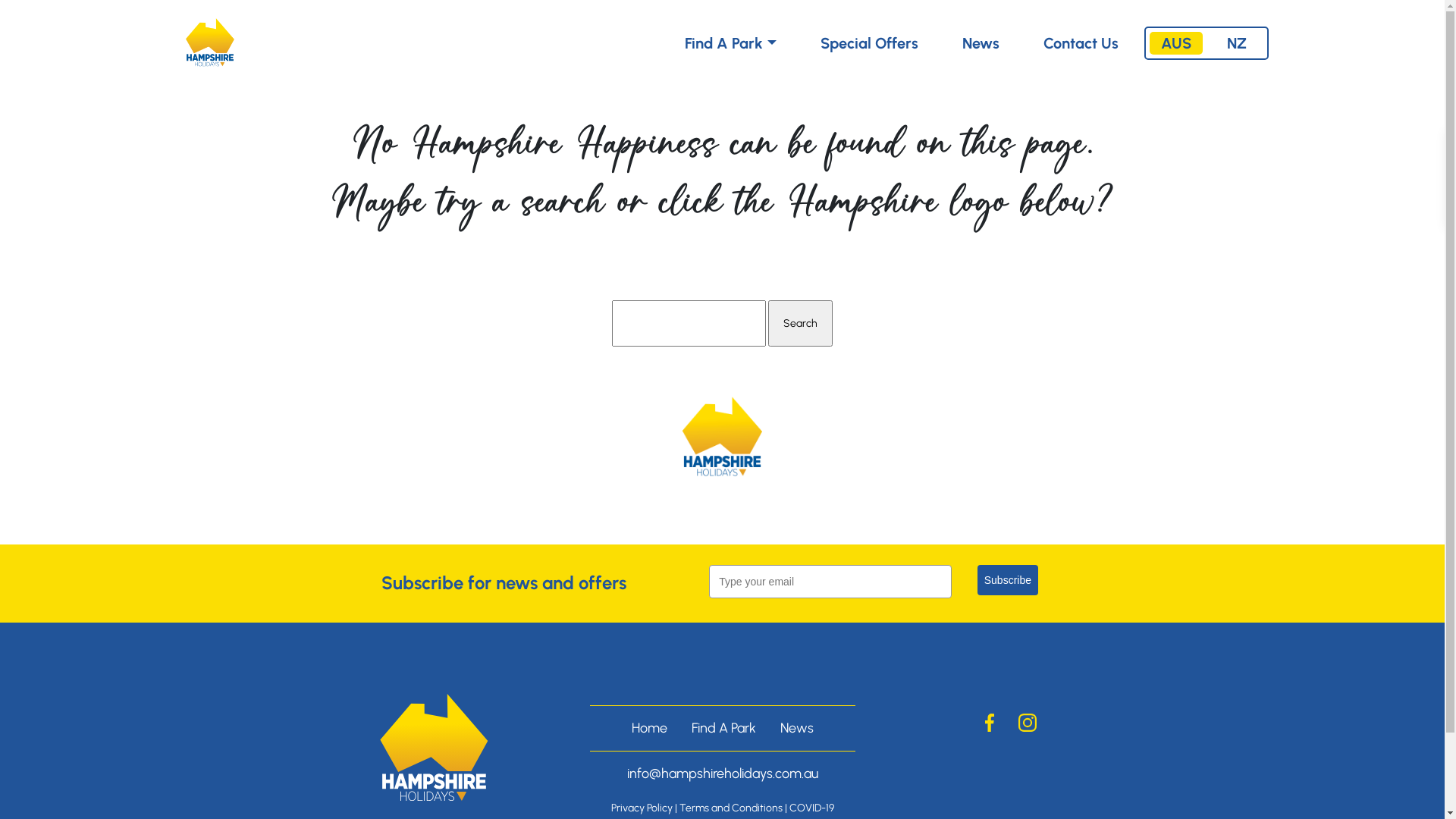  Describe the element at coordinates (642, 807) in the screenshot. I see `'Privacy Policy'` at that location.